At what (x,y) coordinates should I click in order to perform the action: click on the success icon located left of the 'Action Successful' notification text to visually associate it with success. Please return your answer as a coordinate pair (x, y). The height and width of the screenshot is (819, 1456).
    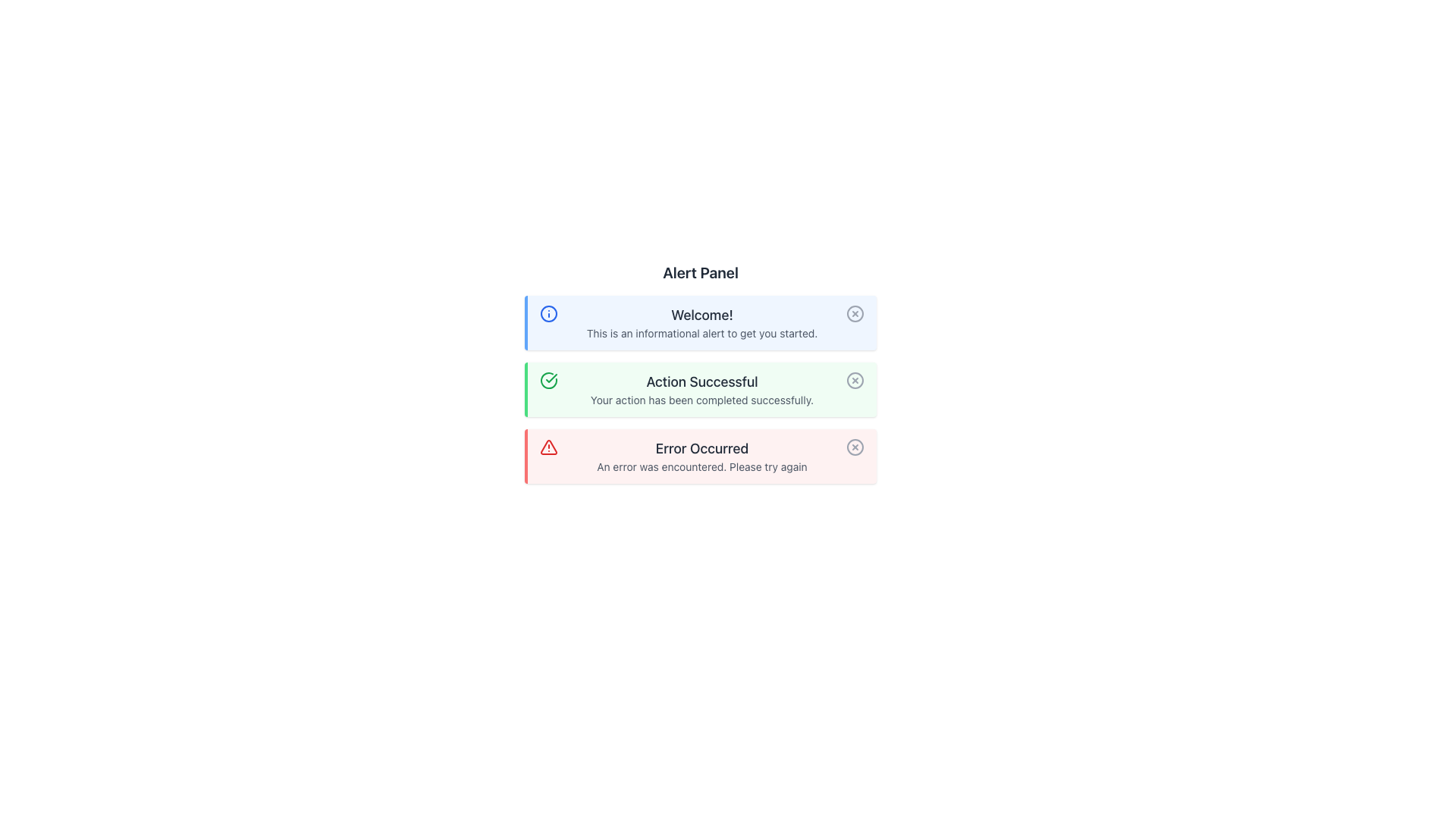
    Looking at the image, I should click on (548, 379).